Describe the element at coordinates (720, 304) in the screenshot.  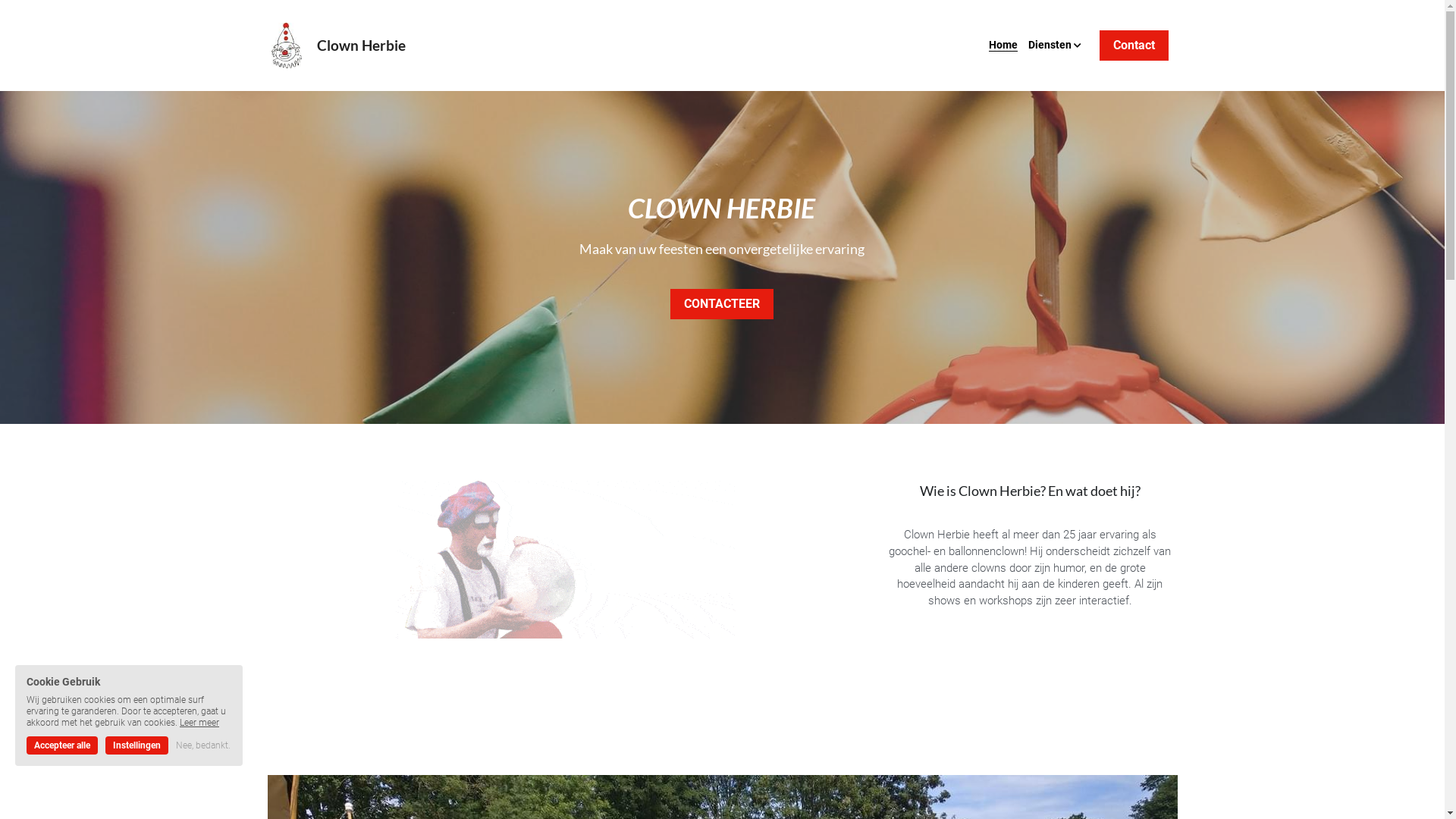
I see `'CONTACTEER'` at that location.